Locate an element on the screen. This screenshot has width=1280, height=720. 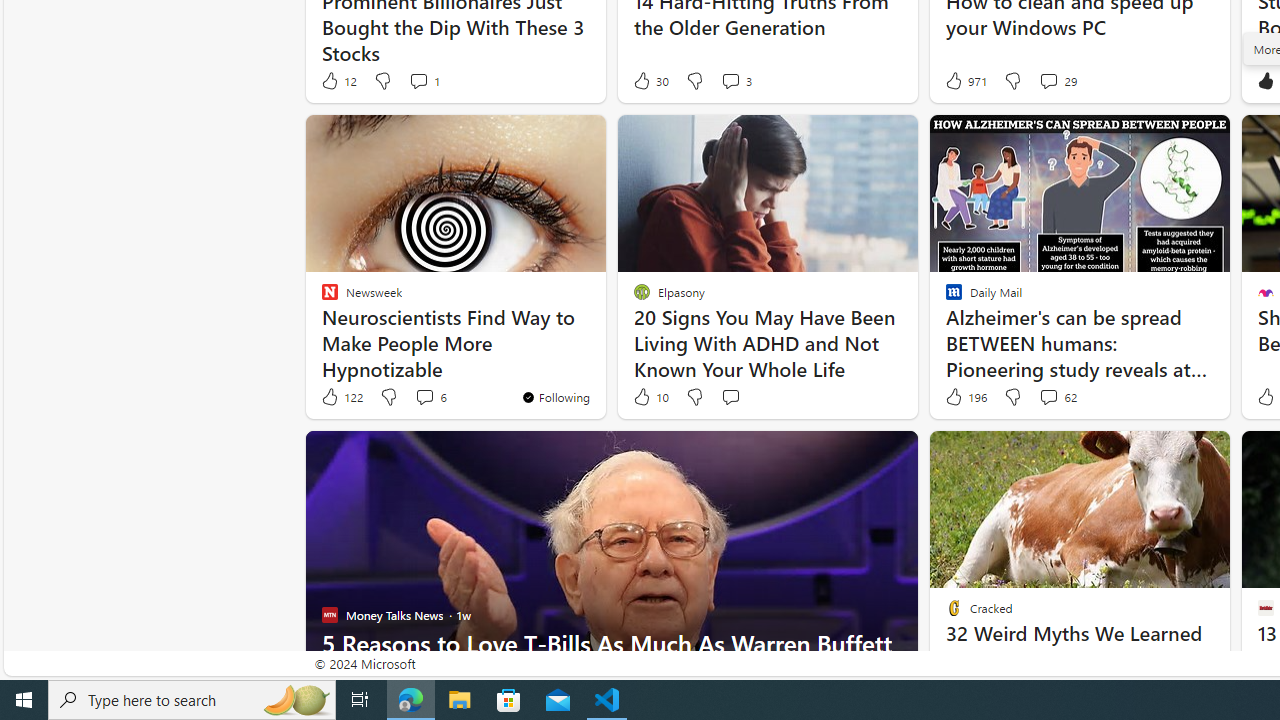
'12 Like' is located at coordinates (337, 80).